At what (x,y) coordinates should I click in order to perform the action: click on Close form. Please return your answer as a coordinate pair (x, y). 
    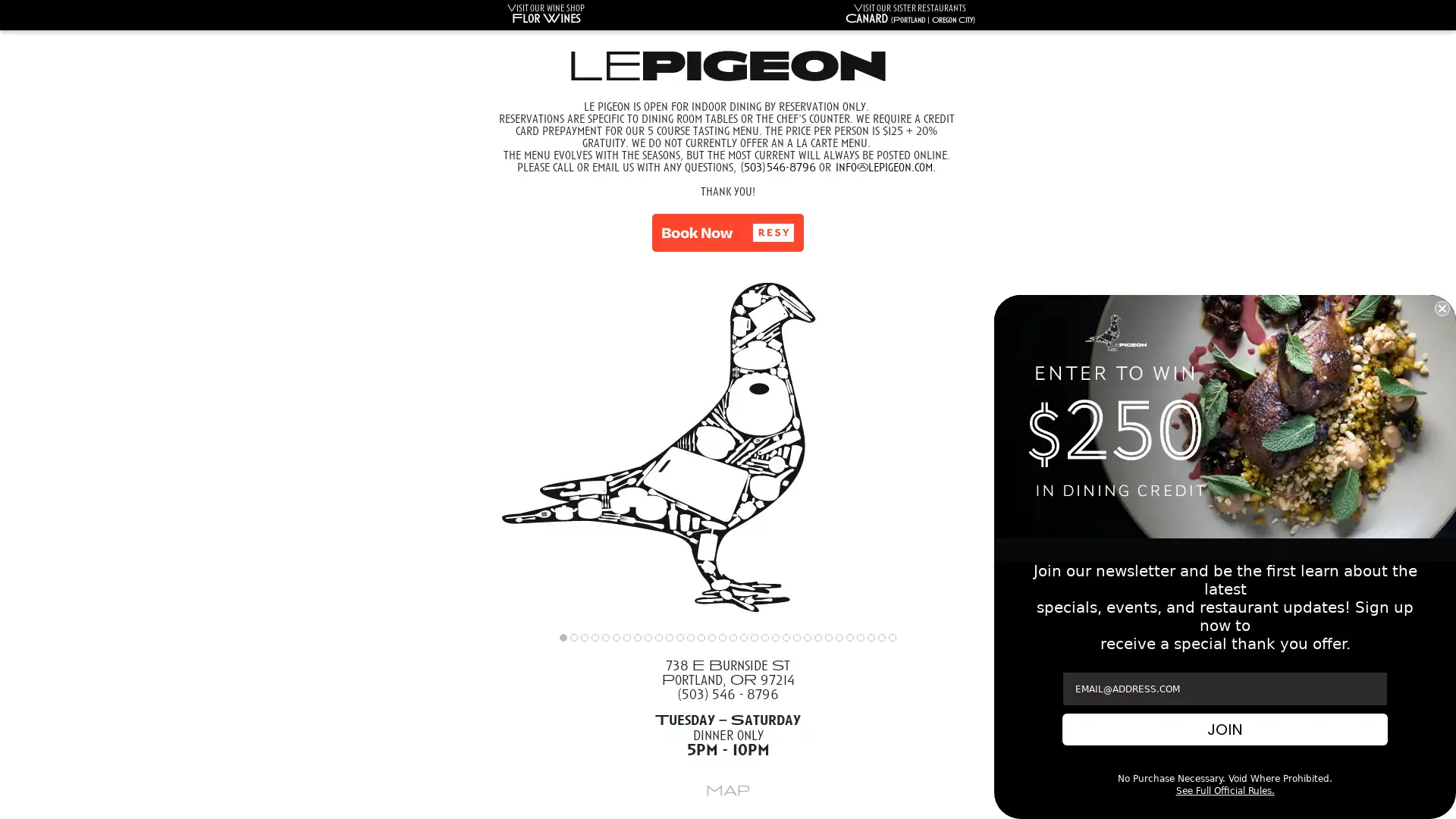
    Looking at the image, I should click on (1441, 307).